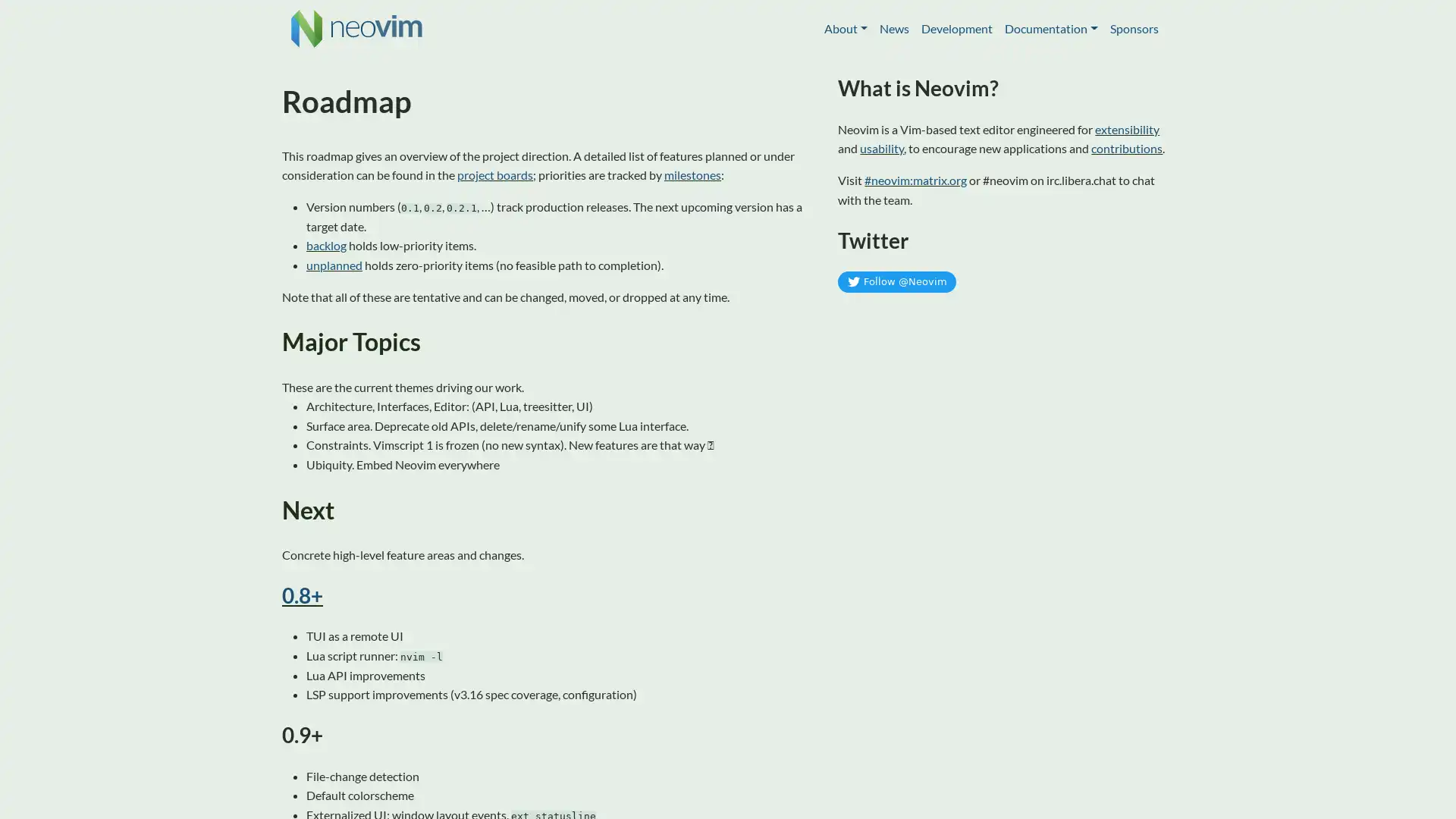 Image resolution: width=1456 pixels, height=819 pixels. I want to click on Documentation, so click(1050, 28).